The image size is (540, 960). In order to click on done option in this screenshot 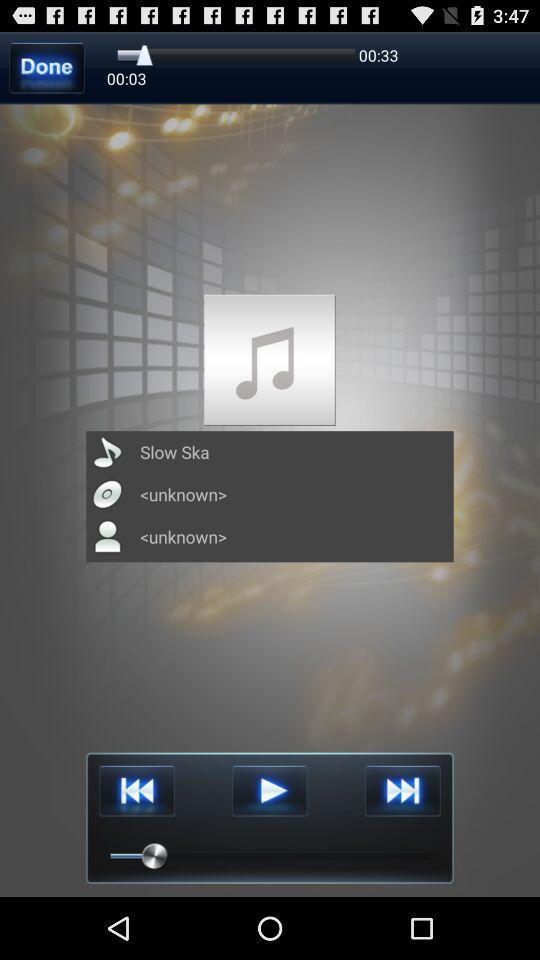, I will do `click(47, 67)`.